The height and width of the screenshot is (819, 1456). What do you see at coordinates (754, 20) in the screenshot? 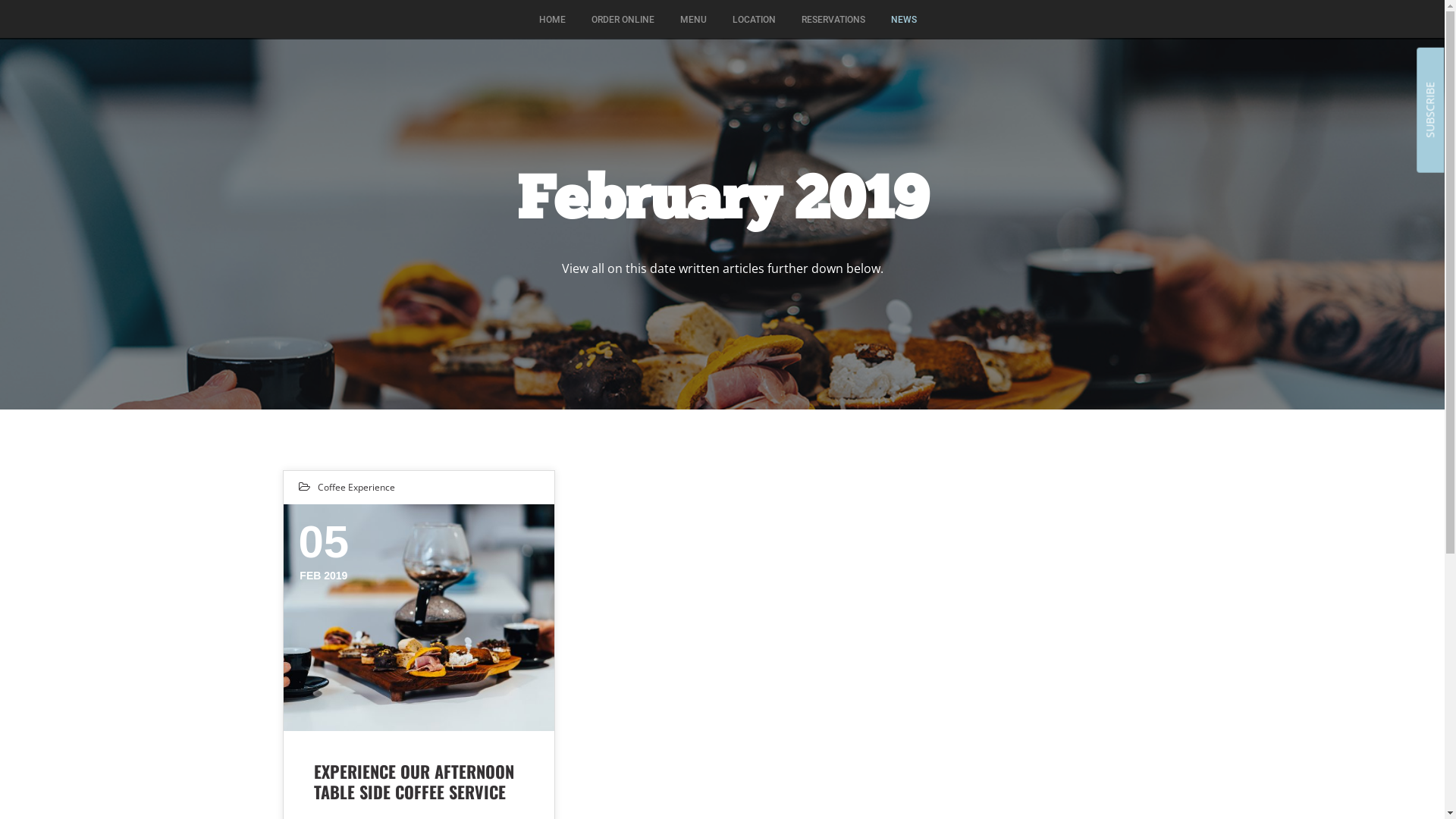
I see `'LOCATION'` at bounding box center [754, 20].